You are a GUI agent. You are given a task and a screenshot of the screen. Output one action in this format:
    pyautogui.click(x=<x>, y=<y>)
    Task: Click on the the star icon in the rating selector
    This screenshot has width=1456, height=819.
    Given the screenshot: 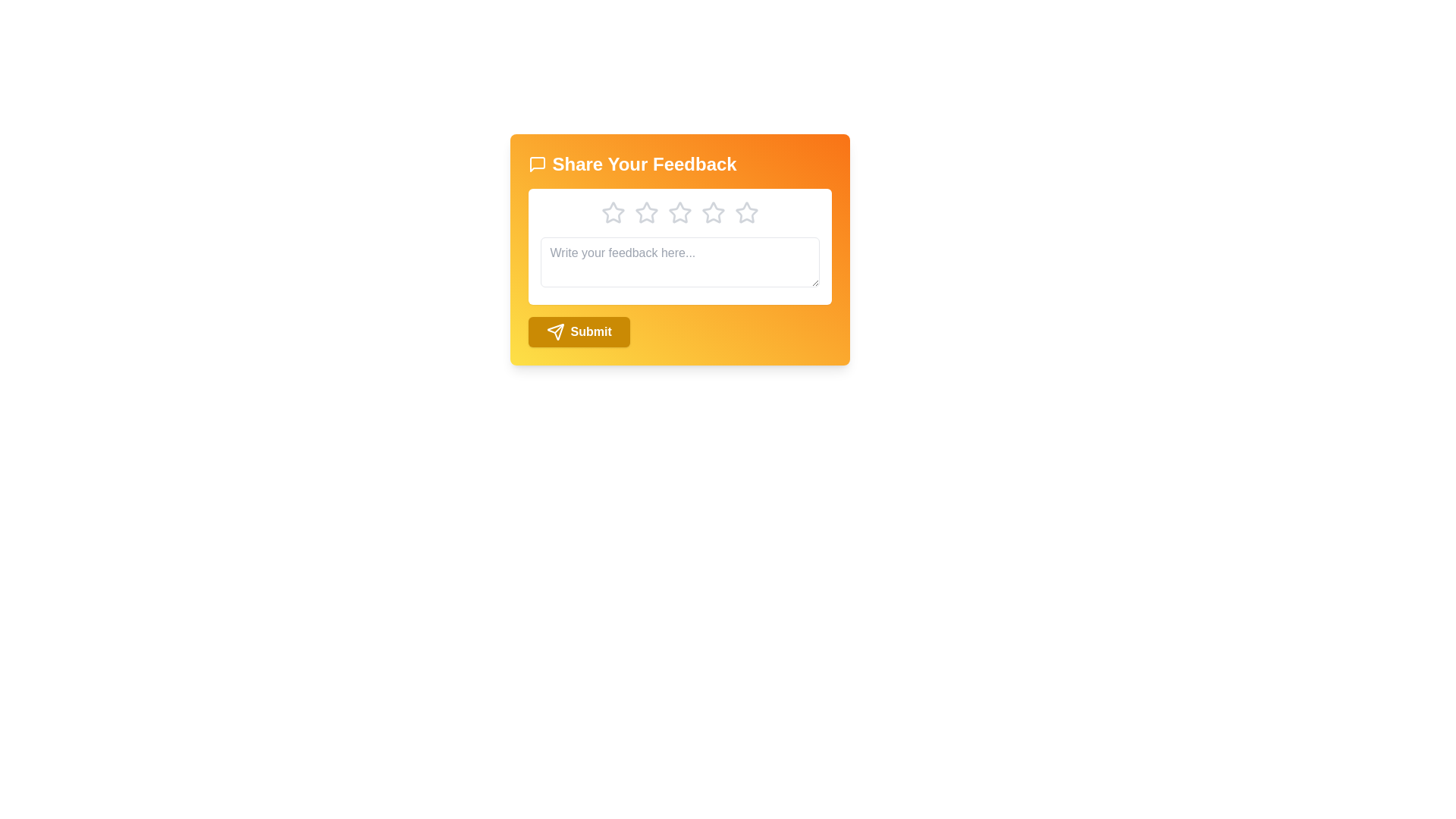 What is the action you would take?
    pyautogui.click(x=679, y=213)
    